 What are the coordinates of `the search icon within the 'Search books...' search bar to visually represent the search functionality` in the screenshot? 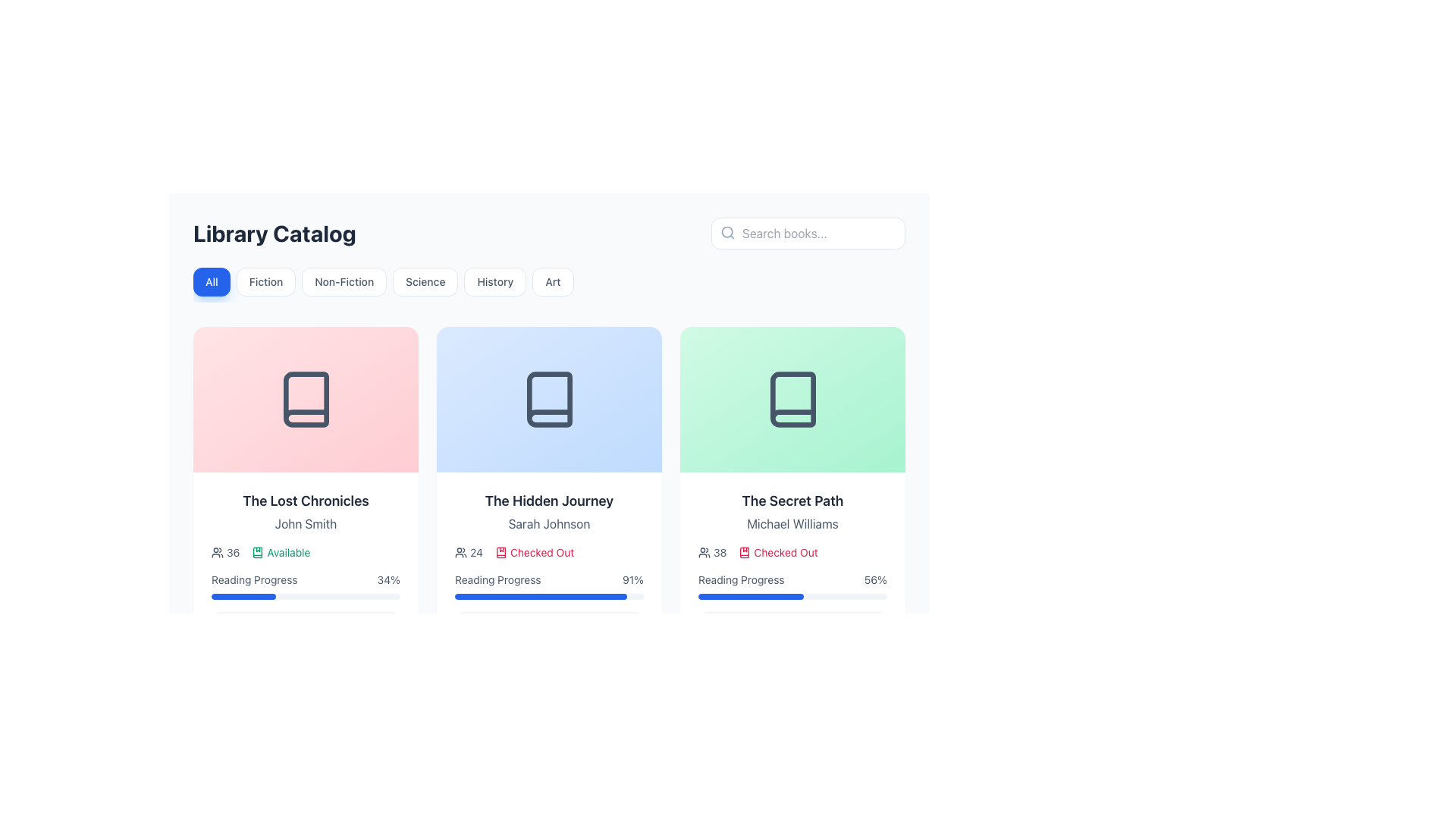 It's located at (726, 232).